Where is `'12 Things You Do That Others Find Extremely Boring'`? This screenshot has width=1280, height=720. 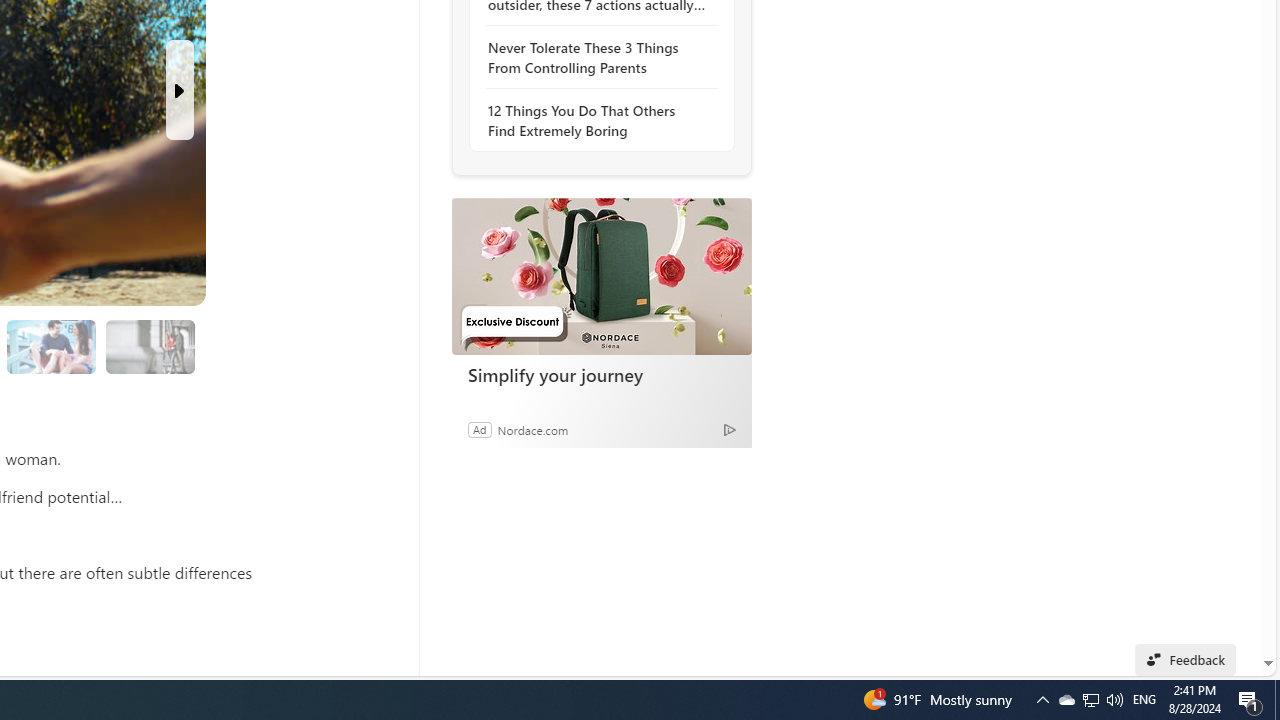 '12 Things You Do That Others Find Extremely Boring' is located at coordinates (595, 120).